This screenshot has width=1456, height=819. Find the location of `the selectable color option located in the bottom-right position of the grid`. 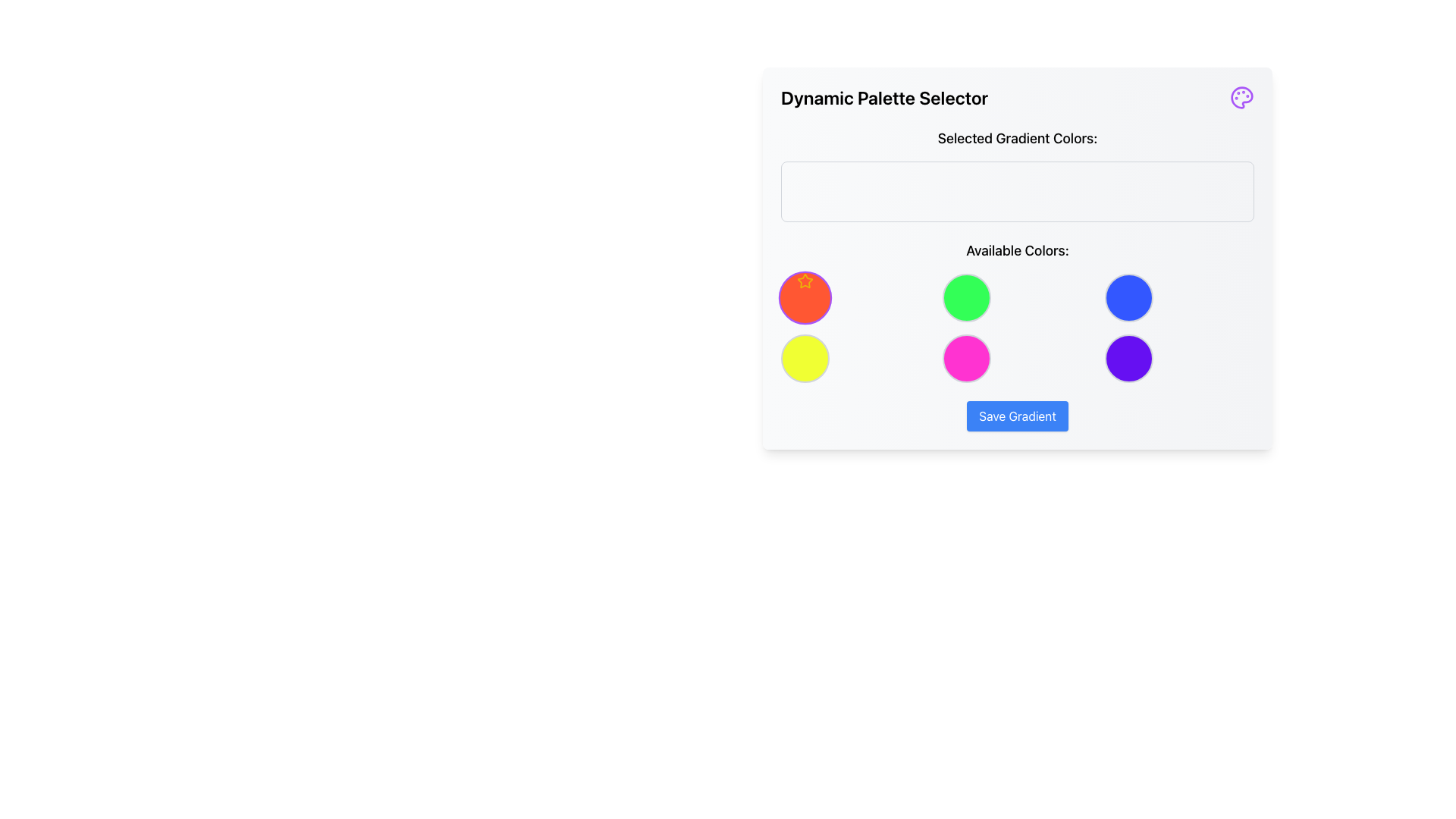

the selectable color option located in the bottom-right position of the grid is located at coordinates (1128, 359).